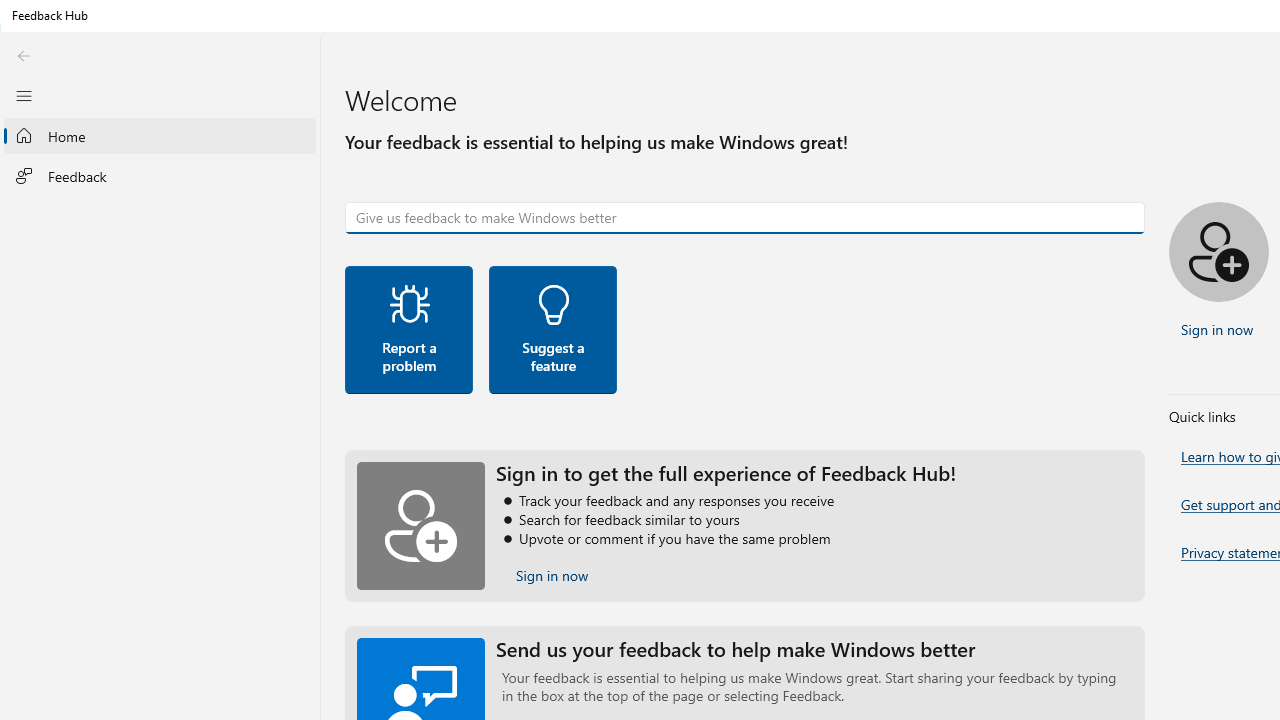 The image size is (1280, 720). I want to click on 'Report a problem', so click(408, 328).